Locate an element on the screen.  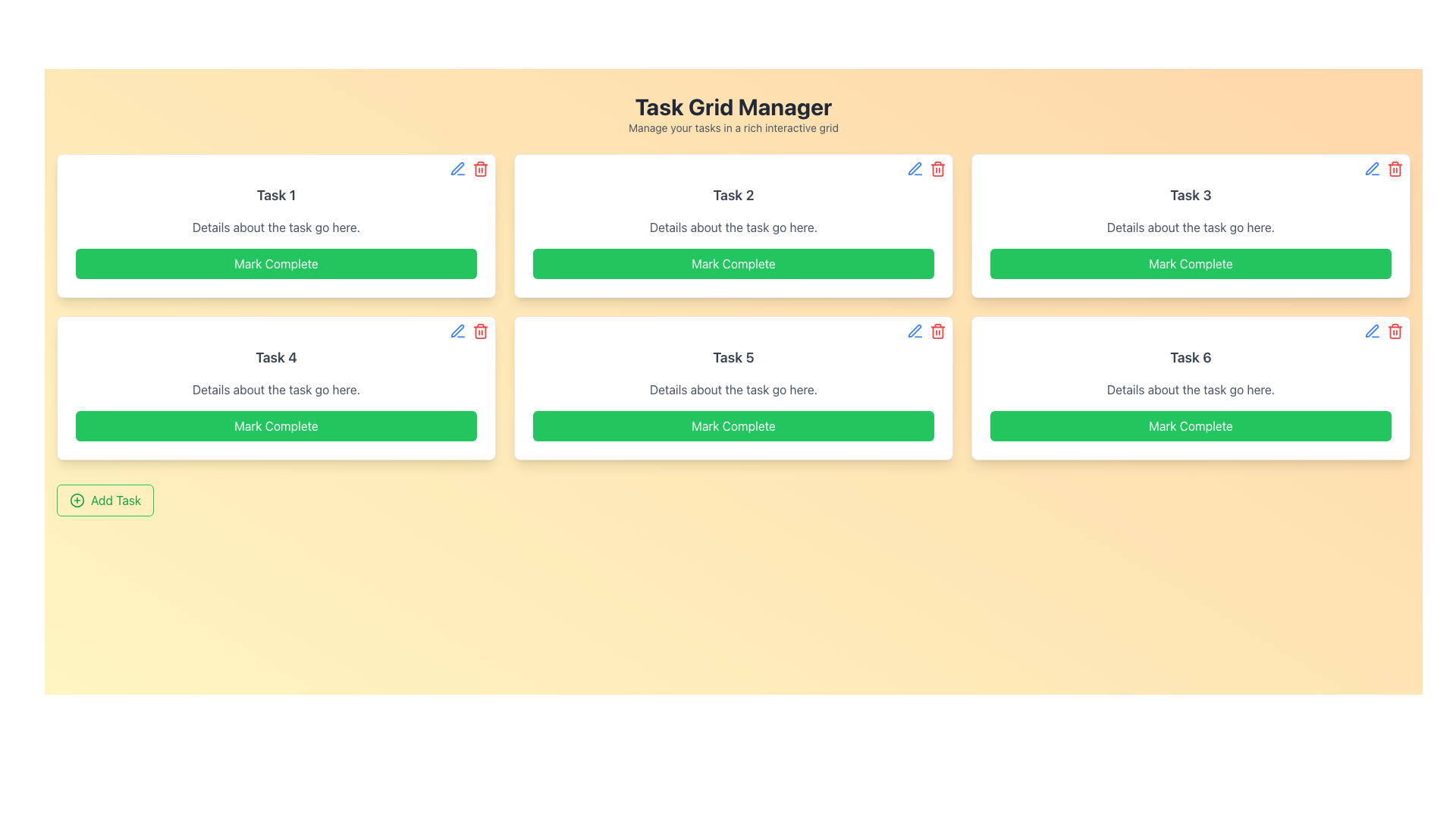
the red trash can icon located at the top-right corner of the third task card is located at coordinates (1395, 169).